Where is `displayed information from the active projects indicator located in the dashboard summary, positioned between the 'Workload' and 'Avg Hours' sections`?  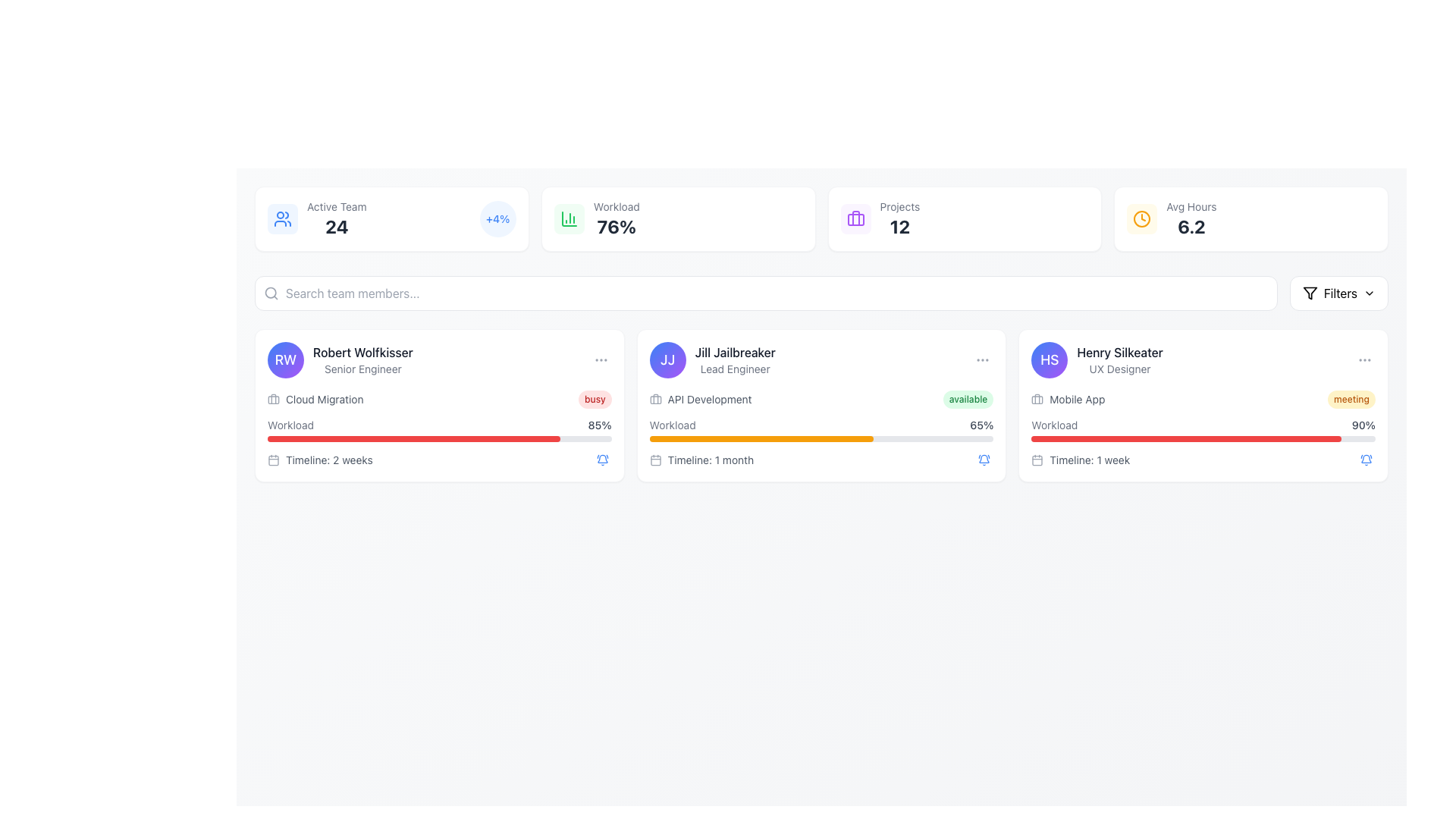 displayed information from the active projects indicator located in the dashboard summary, positioned between the 'Workload' and 'Avg Hours' sections is located at coordinates (880, 219).